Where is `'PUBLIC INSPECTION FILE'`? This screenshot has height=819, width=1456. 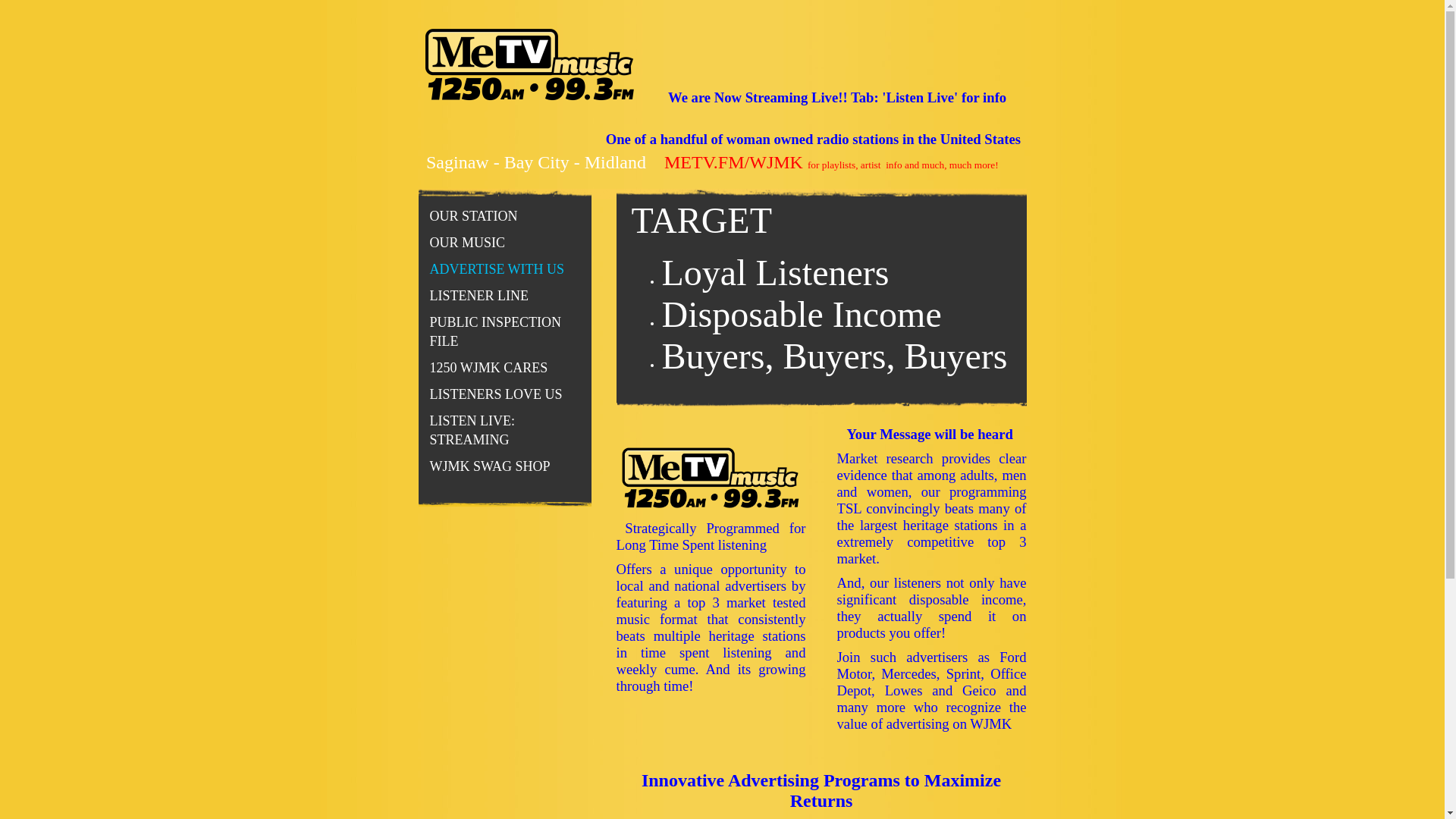
'PUBLIC INSPECTION FILE' is located at coordinates (505, 331).